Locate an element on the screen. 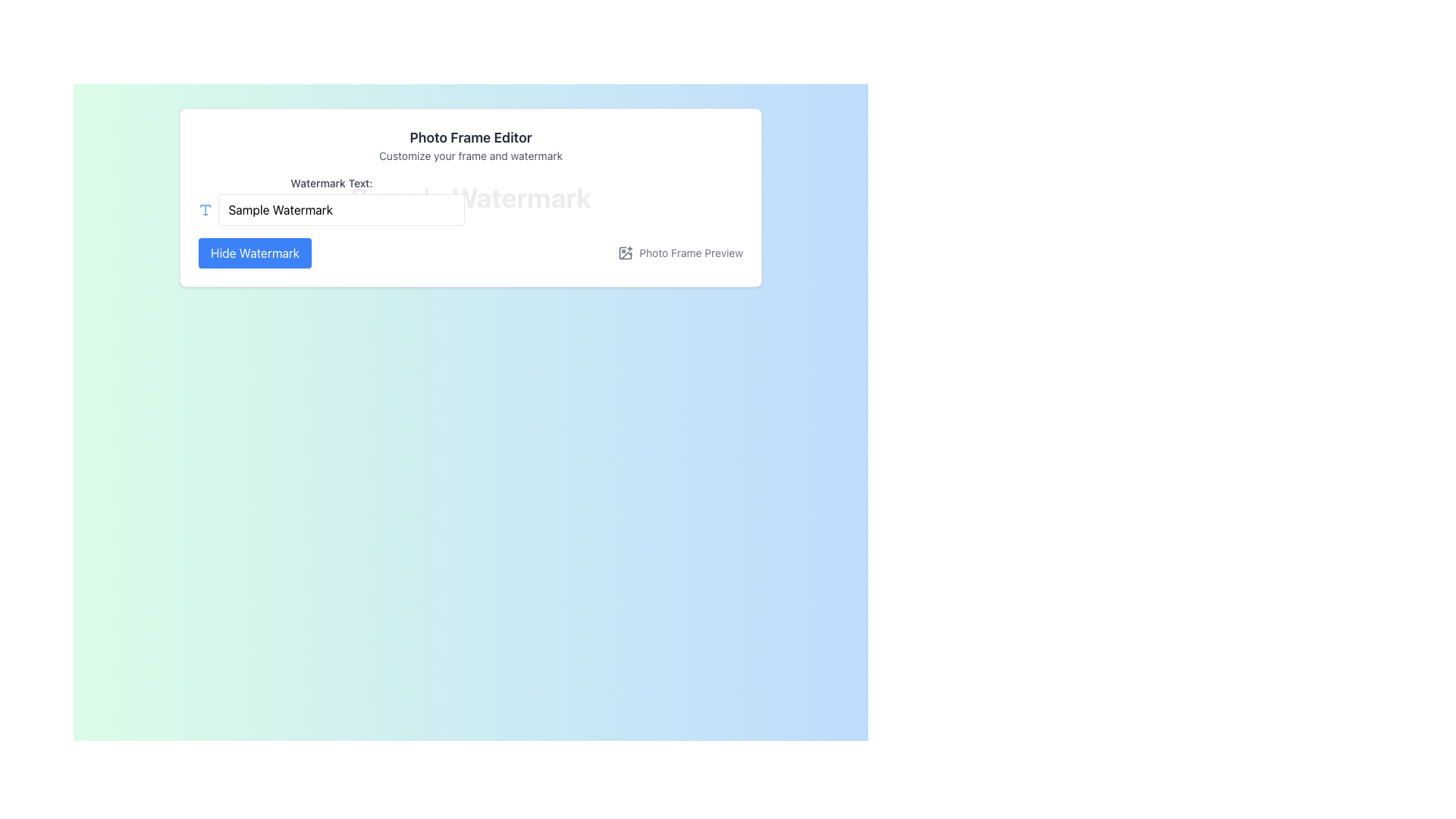  the blue rectangular button labeled 'Hide Watermark' is located at coordinates (255, 253).